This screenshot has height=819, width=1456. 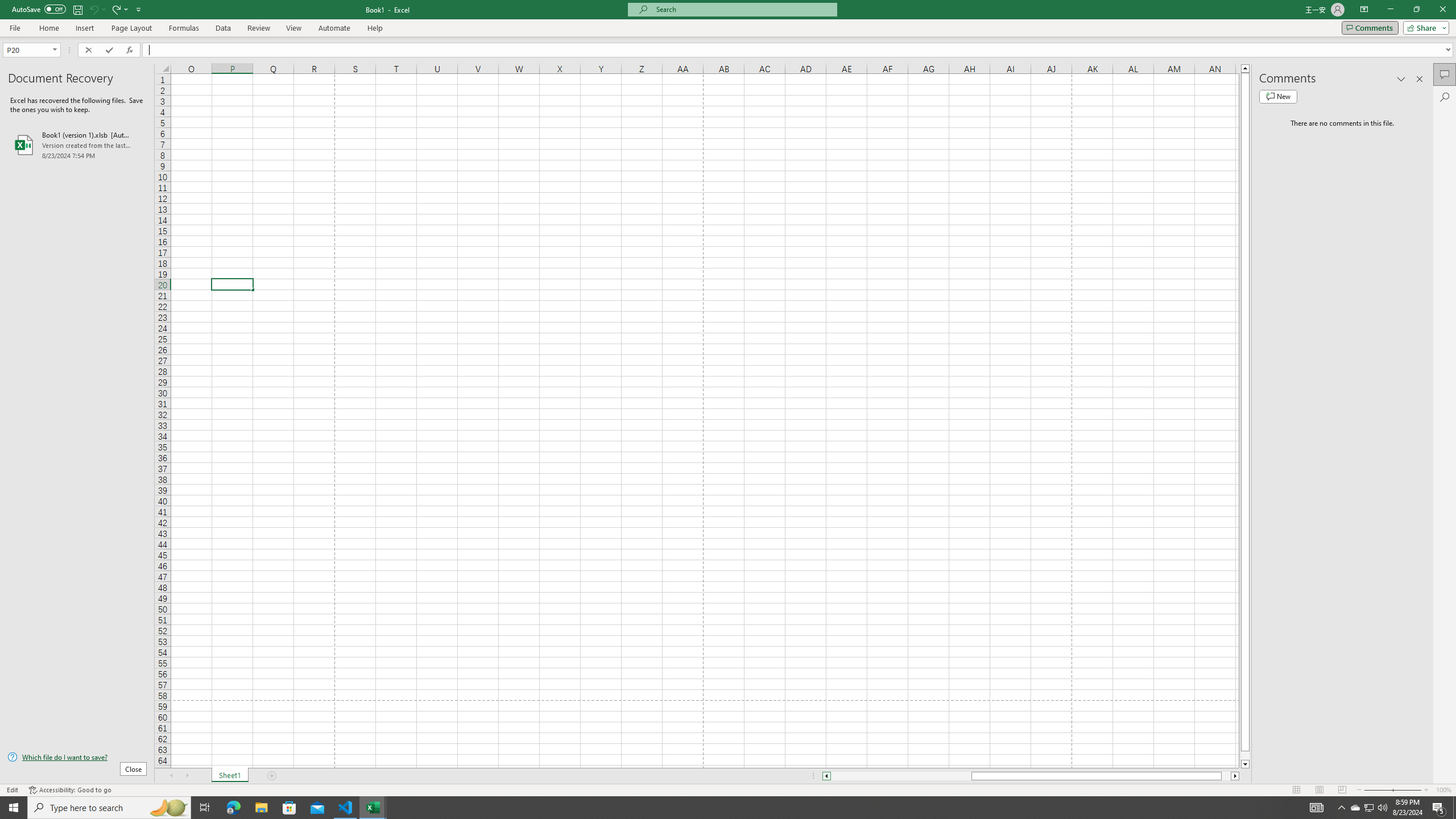 I want to click on 'New comment', so click(x=1277, y=96).